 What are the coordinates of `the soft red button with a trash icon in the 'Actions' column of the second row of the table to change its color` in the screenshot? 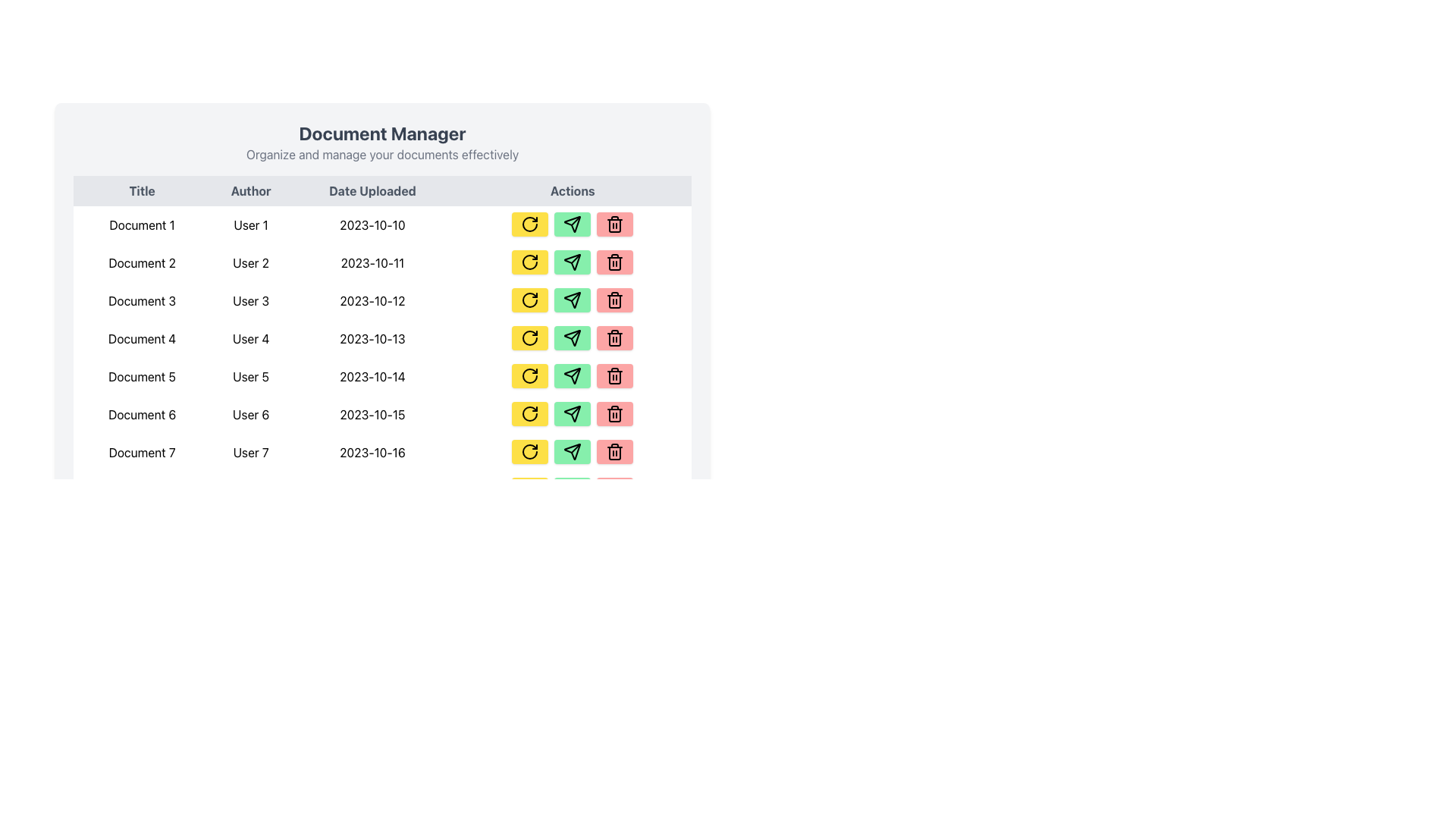 It's located at (615, 262).